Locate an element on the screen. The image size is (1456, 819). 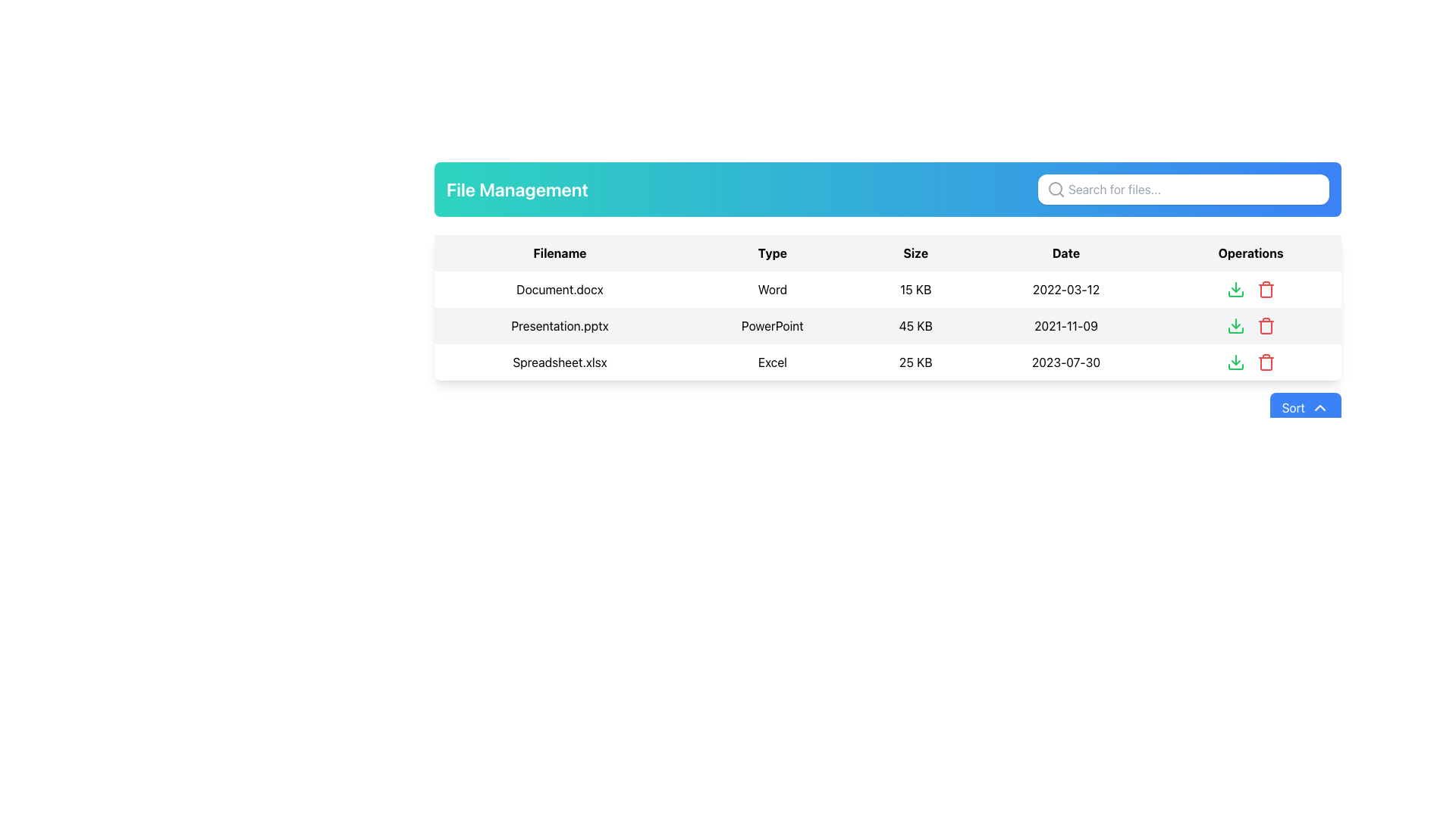
the green download icon button located in the second row of the 'Operations' column to initiate download is located at coordinates (1235, 325).